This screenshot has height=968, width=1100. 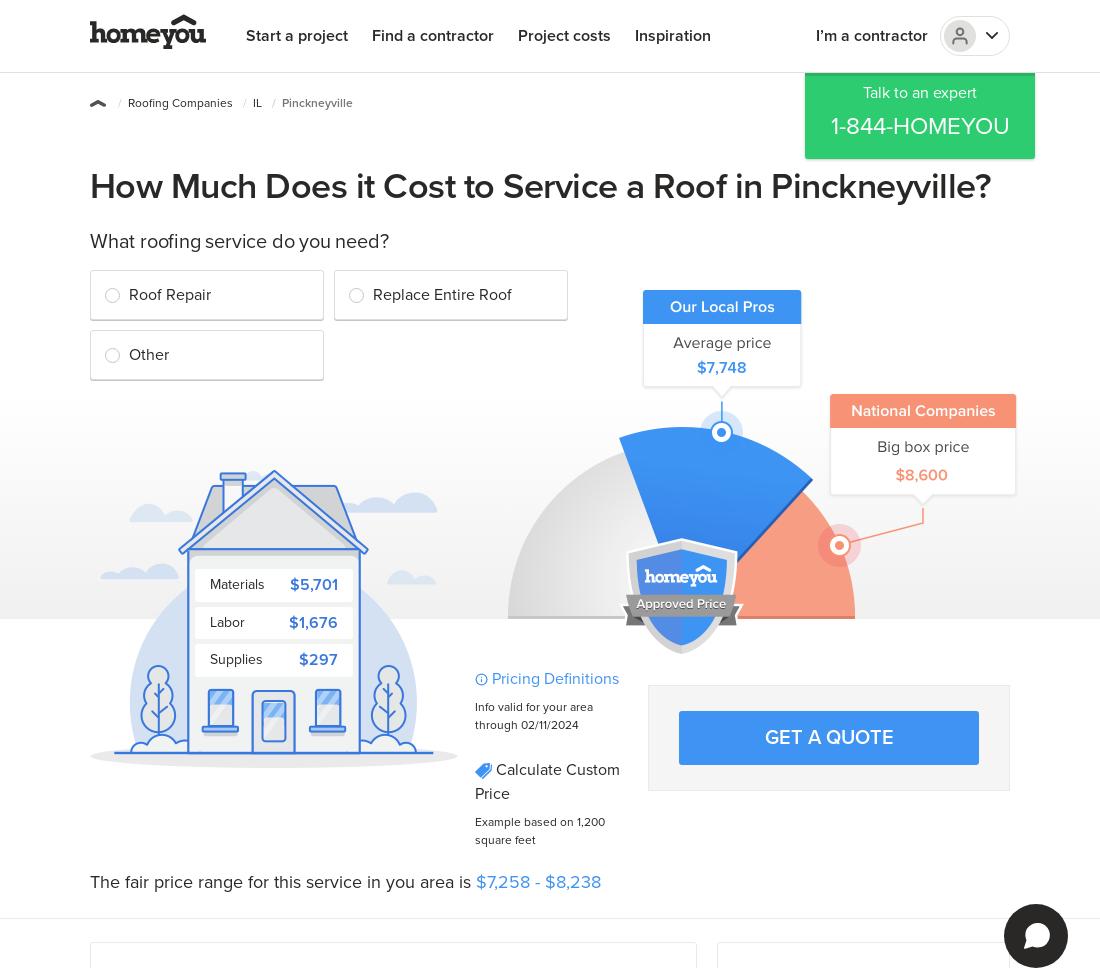 I want to click on '$297', so click(x=317, y=659).